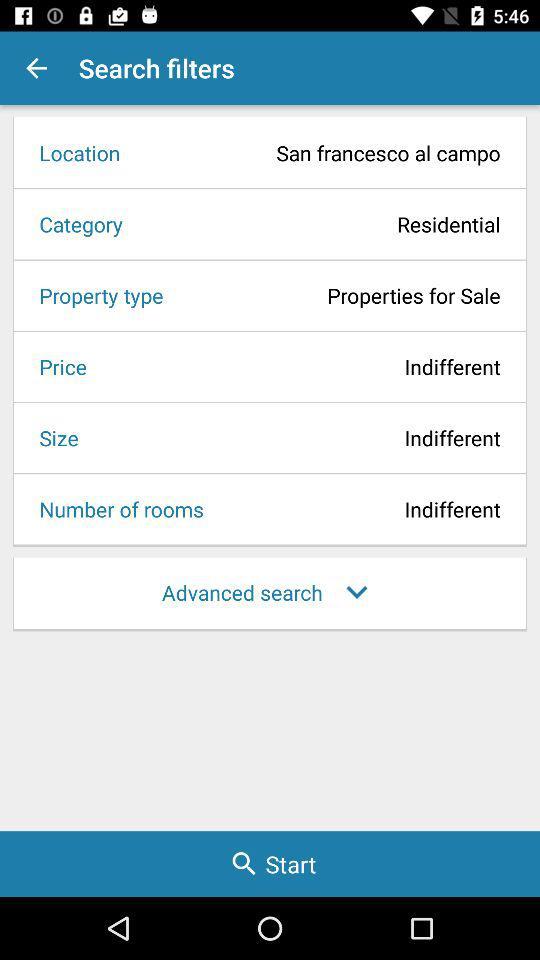 This screenshot has width=540, height=960. What do you see at coordinates (73, 224) in the screenshot?
I see `icon next to residential item` at bounding box center [73, 224].